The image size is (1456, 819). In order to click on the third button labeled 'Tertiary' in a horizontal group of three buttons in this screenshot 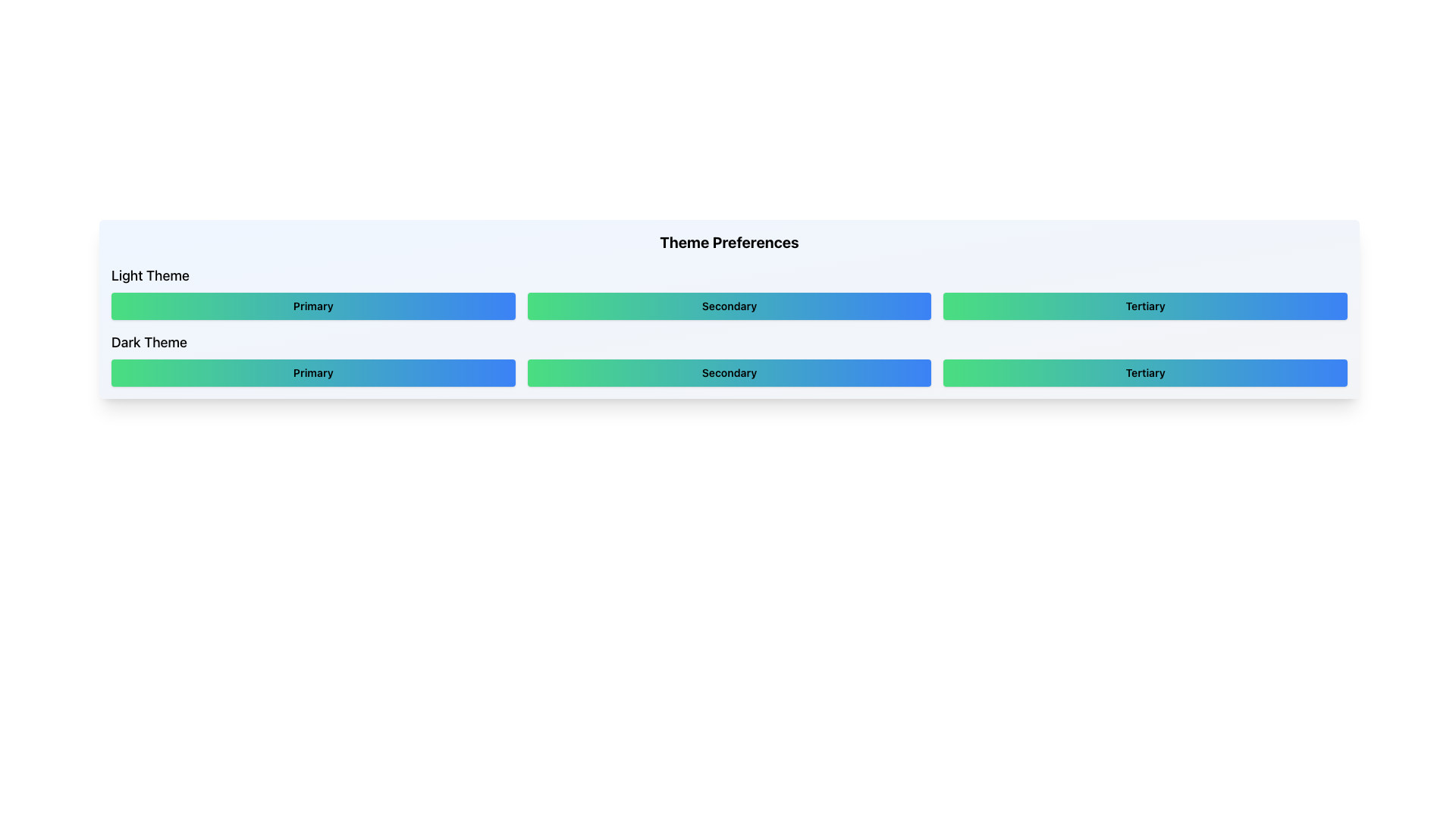, I will do `click(1145, 373)`.